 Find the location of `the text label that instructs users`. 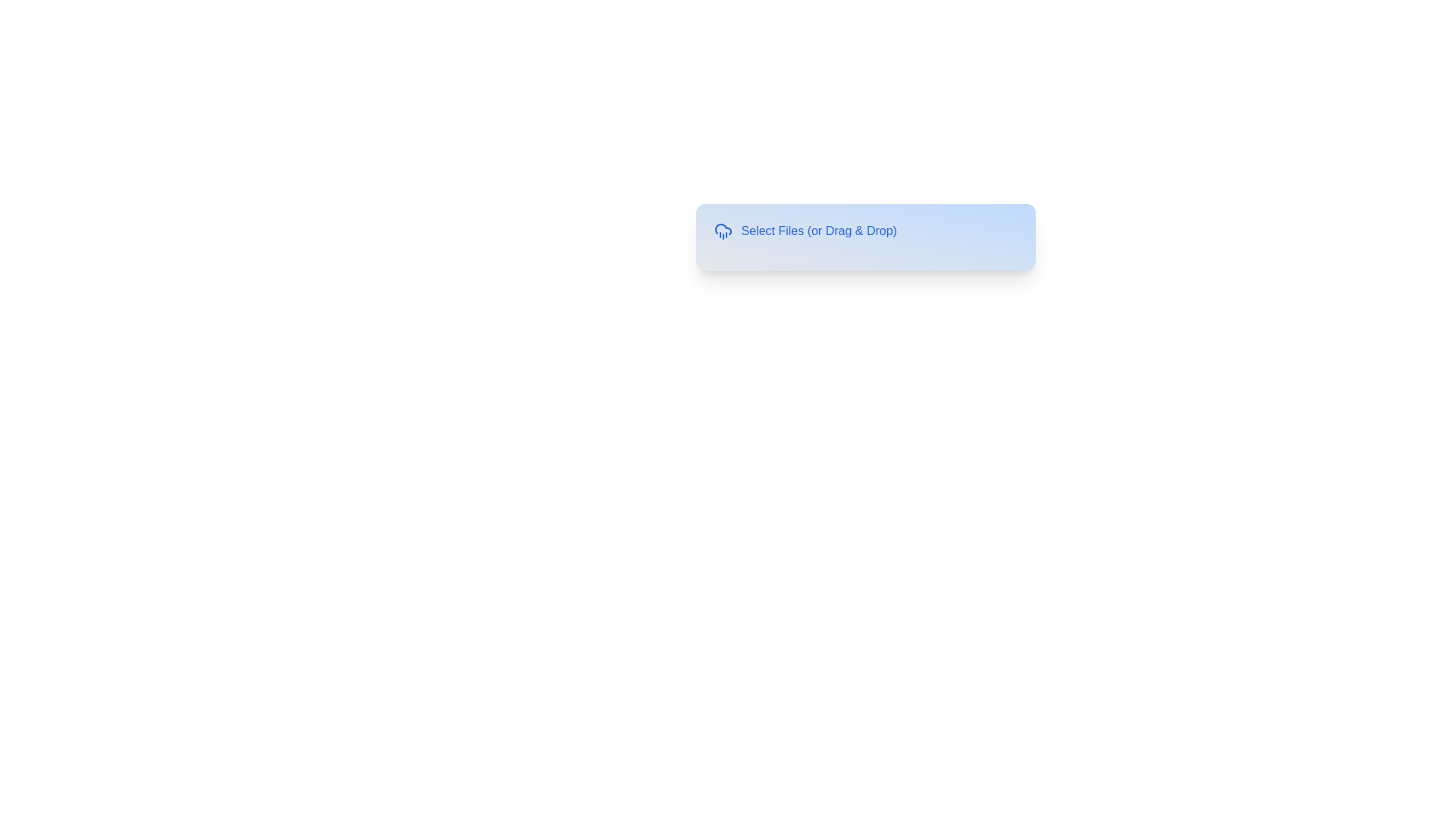

the text label that instructs users is located at coordinates (818, 231).